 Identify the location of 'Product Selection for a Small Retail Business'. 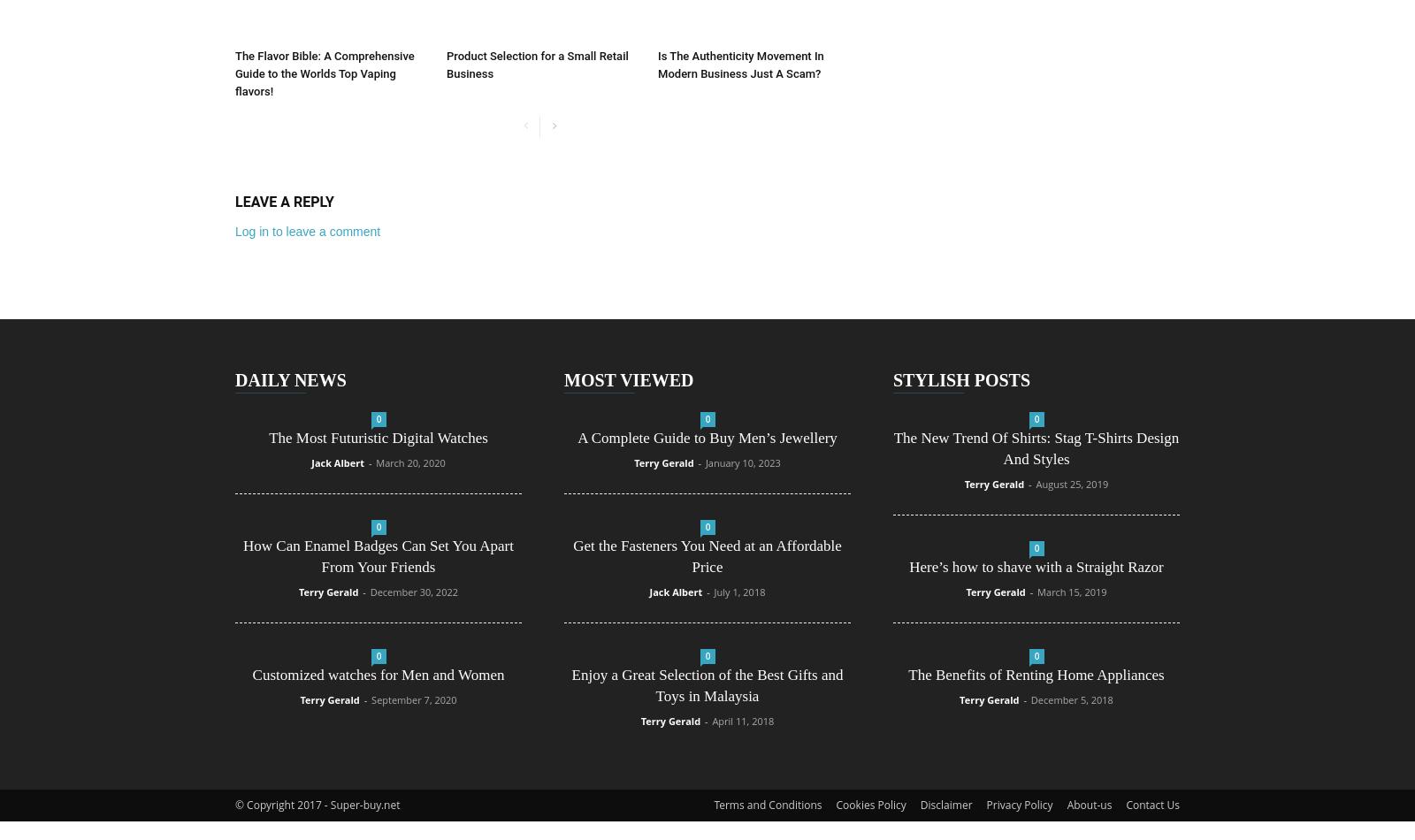
(445, 64).